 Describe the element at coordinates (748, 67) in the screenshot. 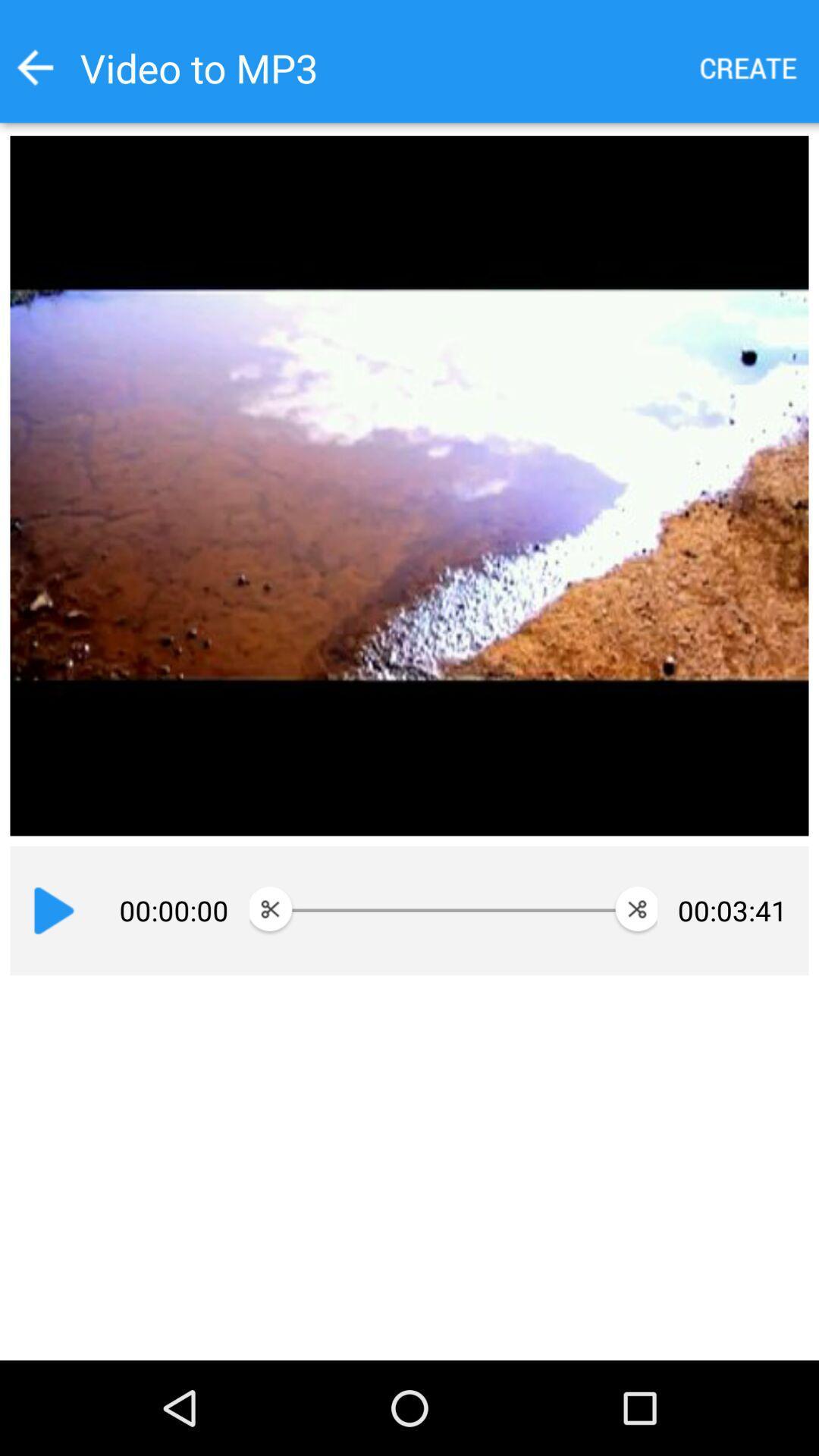

I see `mp3 file` at that location.